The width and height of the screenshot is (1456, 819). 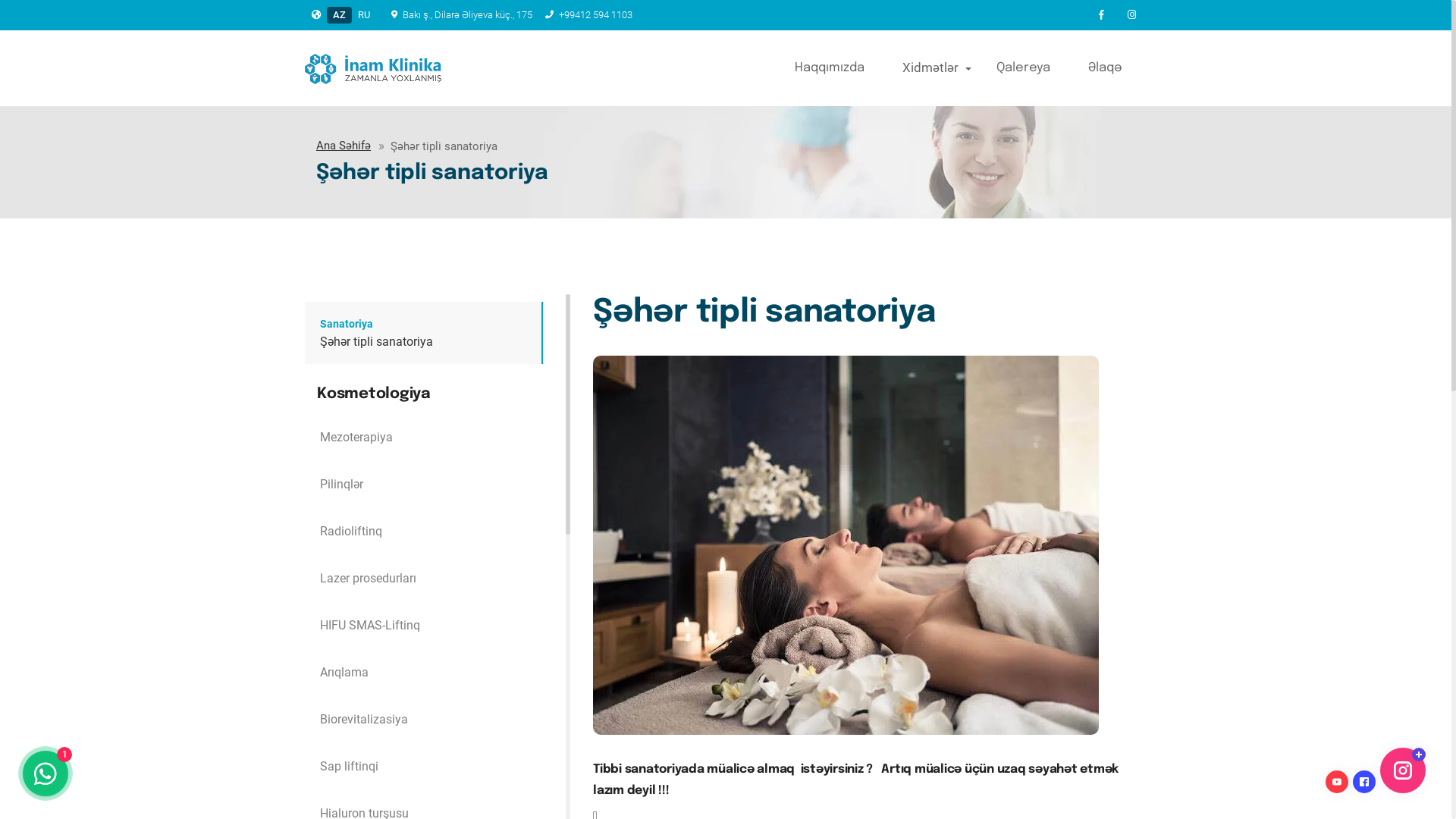 What do you see at coordinates (338, 14) in the screenshot?
I see `'AZ'` at bounding box center [338, 14].